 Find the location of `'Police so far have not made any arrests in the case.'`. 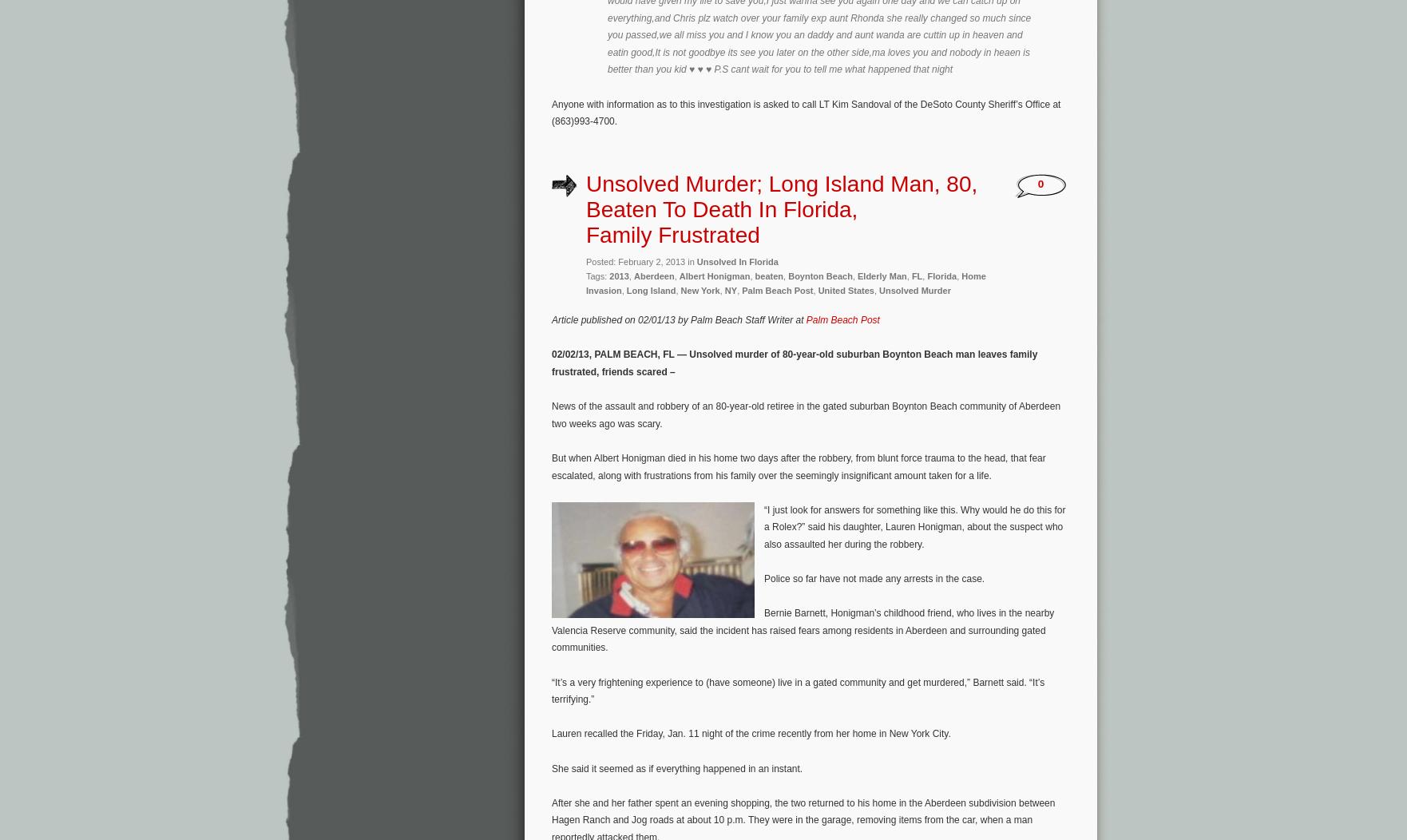

'Police so far have not made any arrests in the case.' is located at coordinates (874, 579).